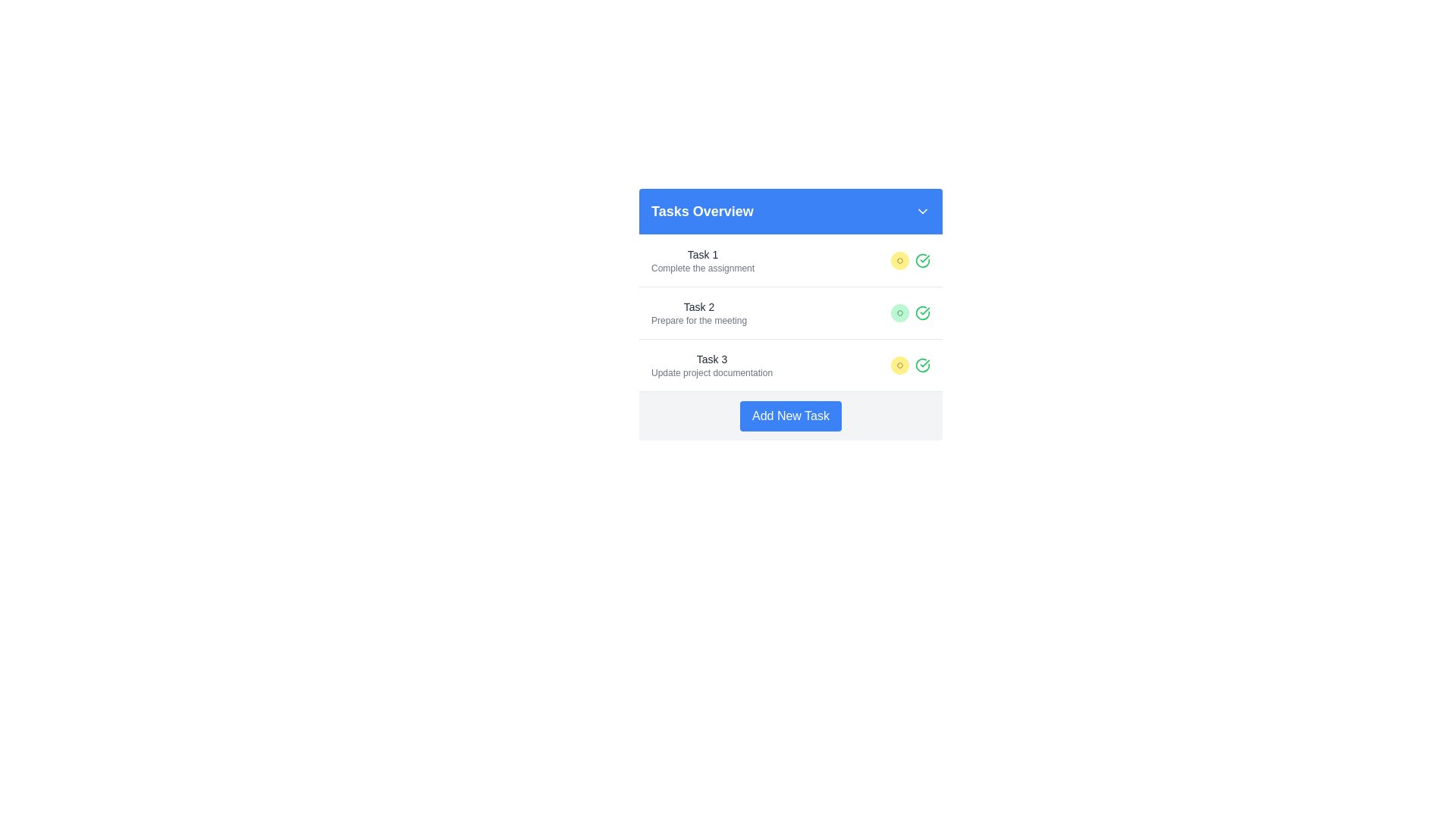 The image size is (1456, 819). I want to click on the completion icon located to the right of 'Prepare for the meeting' in the 'Task 2' row within the 'Tasks Overview' section, indicating that Task 2 has been marked as complete, so click(922, 312).